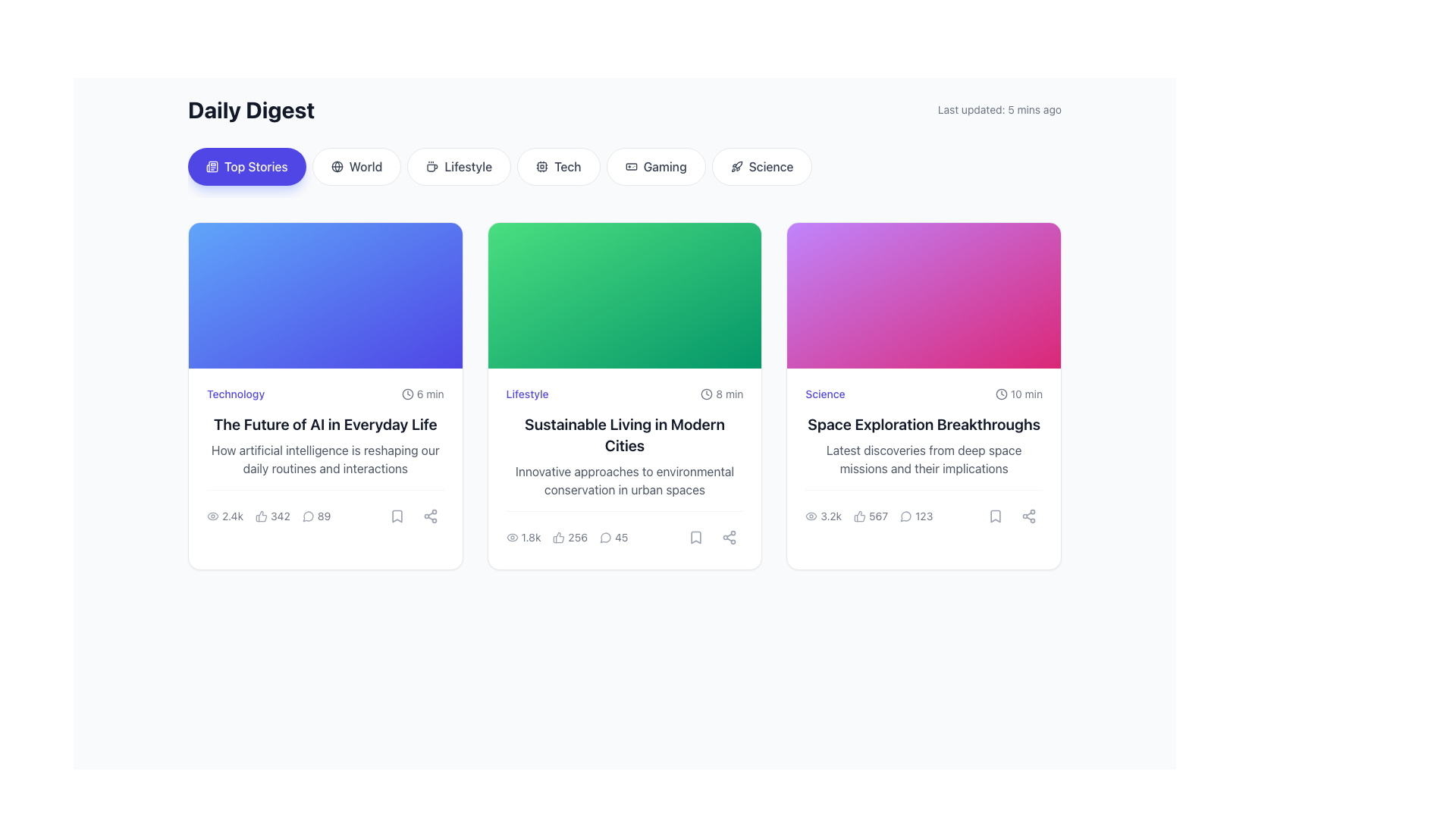 The image size is (1456, 819). Describe the element at coordinates (1029, 516) in the screenshot. I see `the share button located at the bottom-right corner of the third article card` at that location.